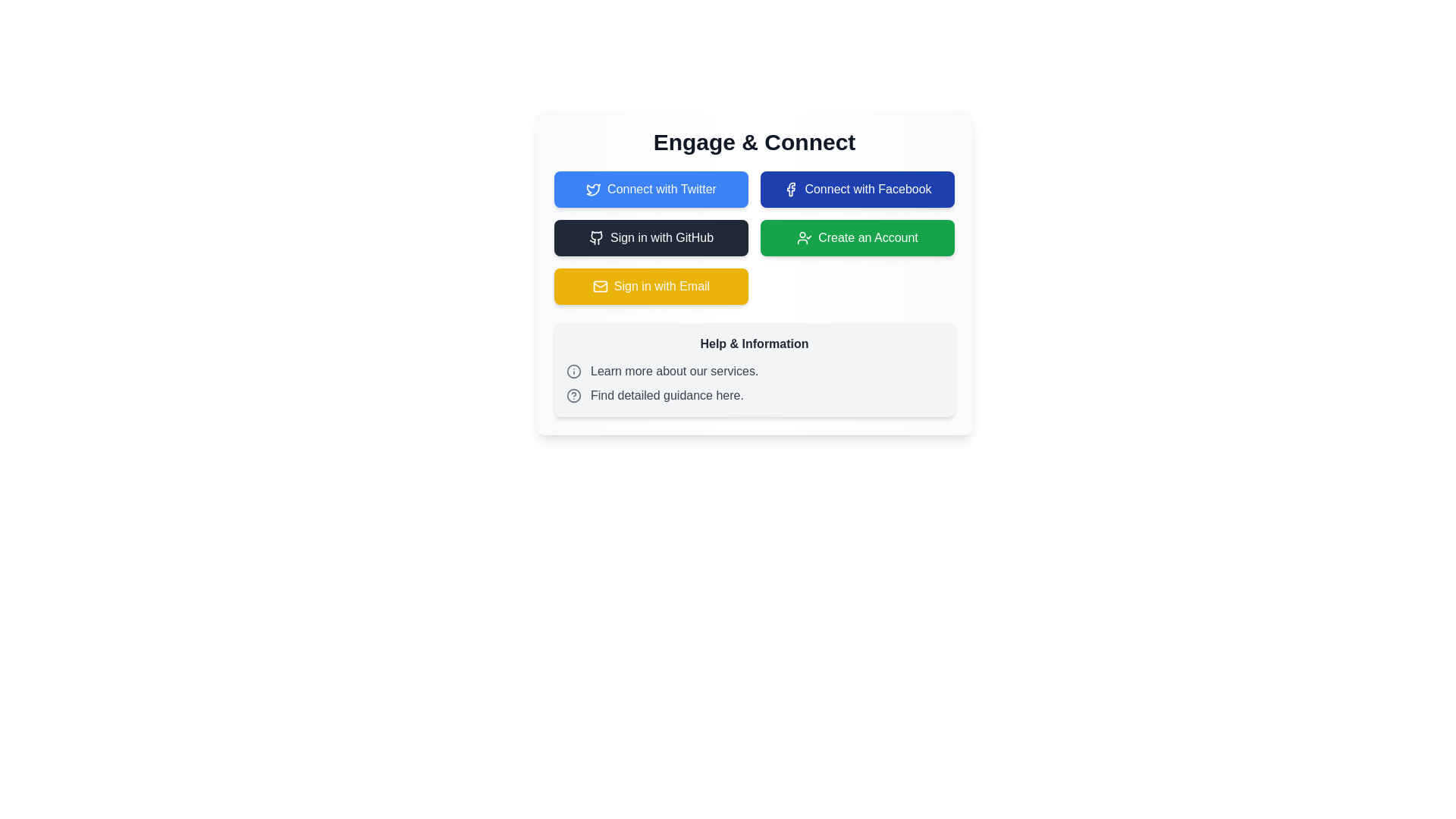 The image size is (1456, 819). What do you see at coordinates (651, 287) in the screenshot?
I see `the yellow rectangular button labeled 'Sign in with Email', which is located in the 'Engage & Connect' section, to proceed with sign-in using email` at bounding box center [651, 287].